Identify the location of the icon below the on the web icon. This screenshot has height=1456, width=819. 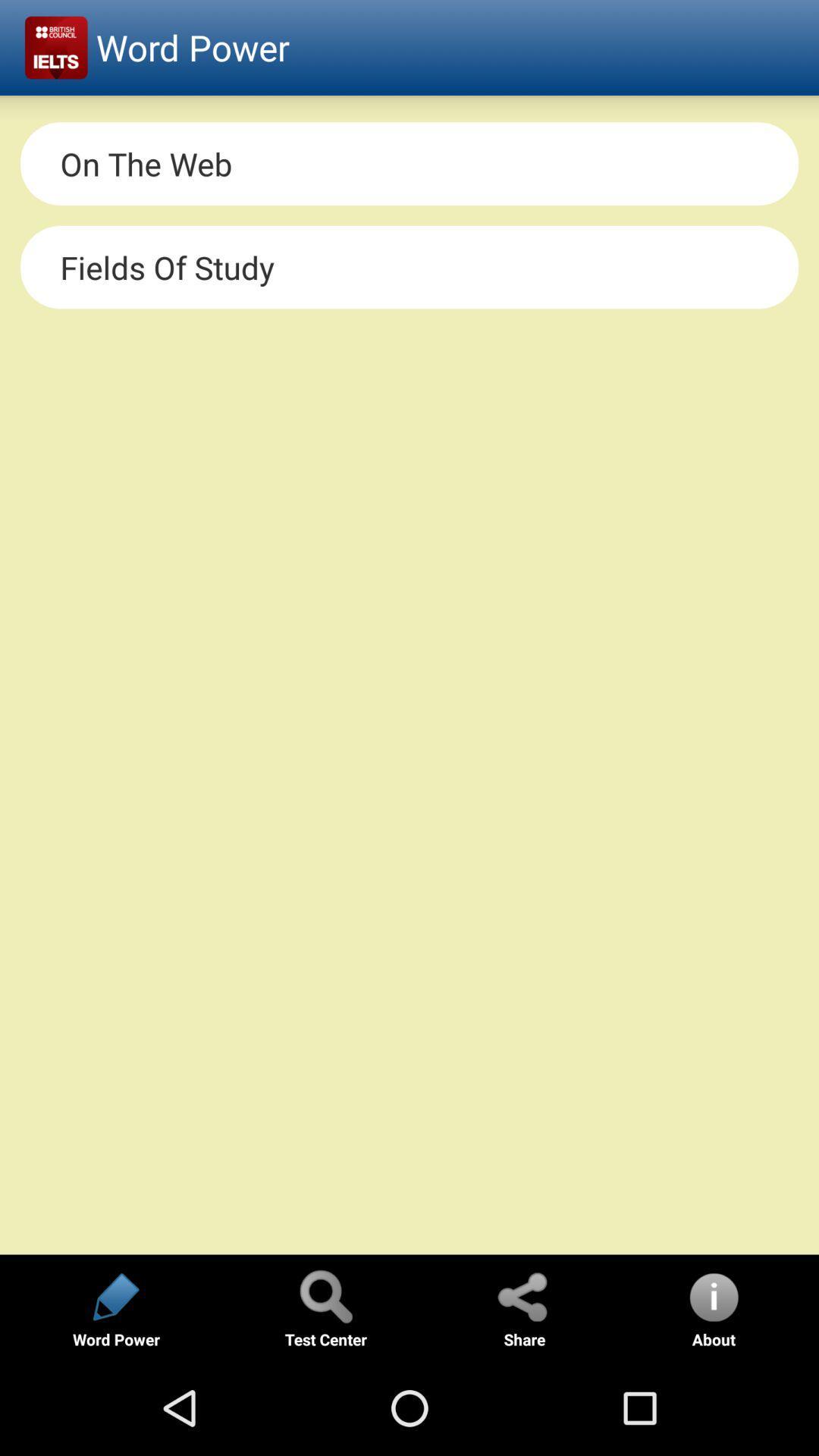
(409, 267).